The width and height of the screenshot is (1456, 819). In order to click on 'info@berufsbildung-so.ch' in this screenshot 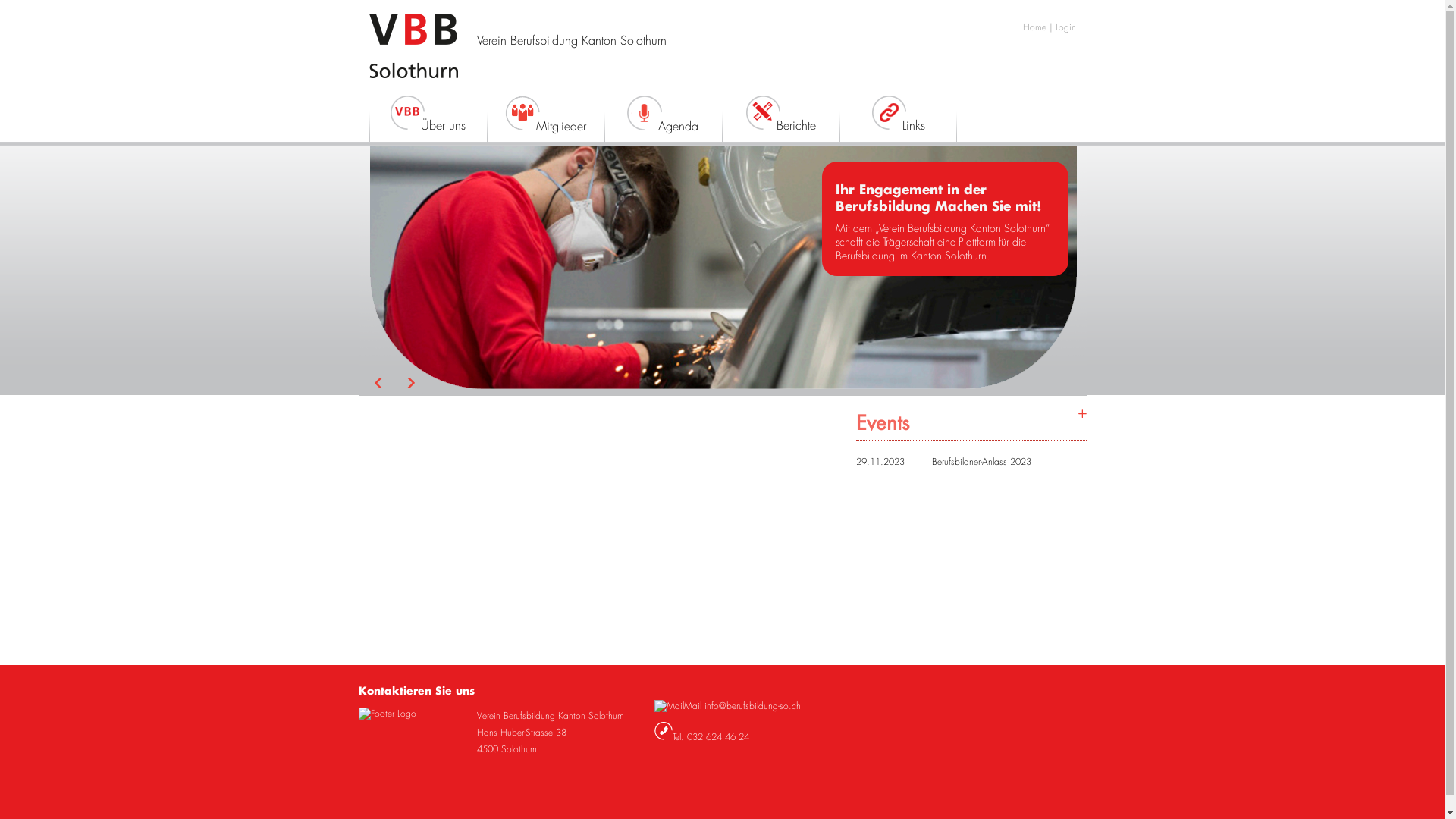, I will do `click(702, 705)`.